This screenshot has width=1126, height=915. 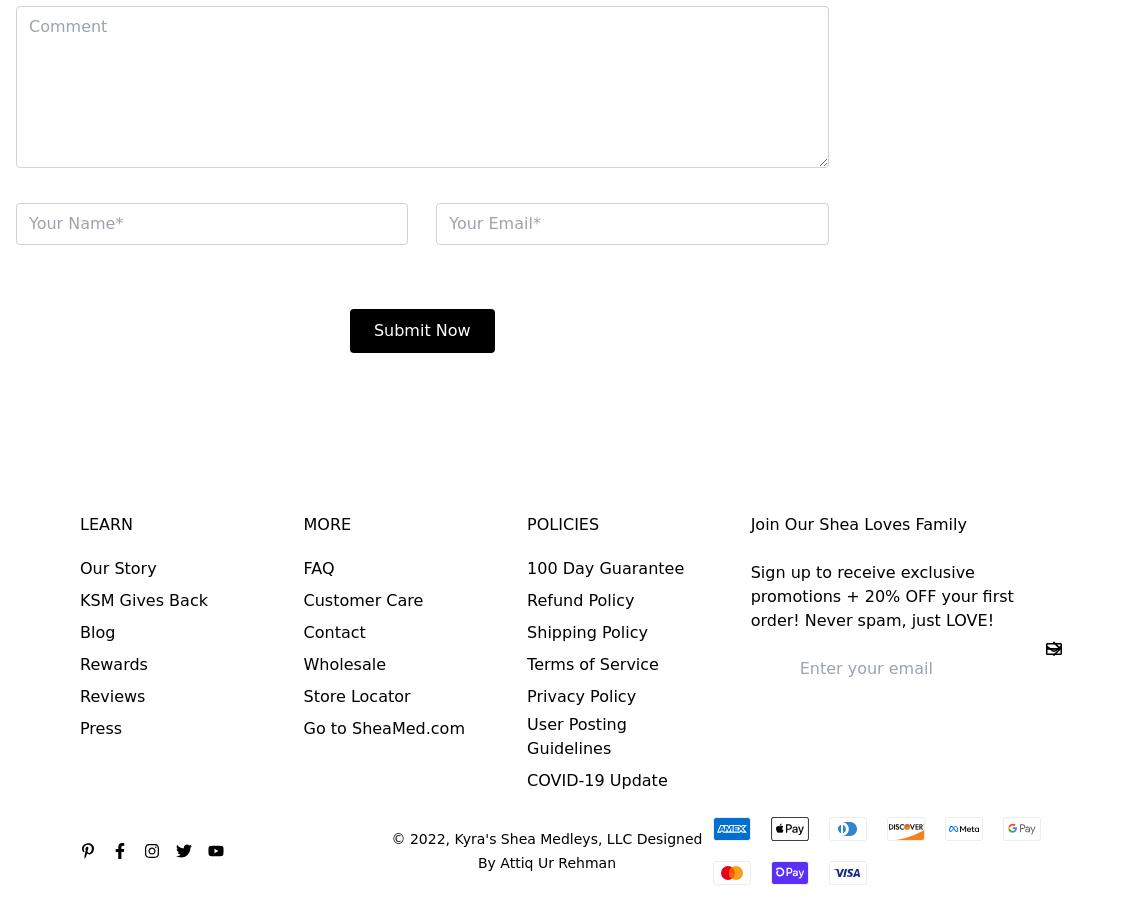 What do you see at coordinates (118, 567) in the screenshot?
I see `'Our Story'` at bounding box center [118, 567].